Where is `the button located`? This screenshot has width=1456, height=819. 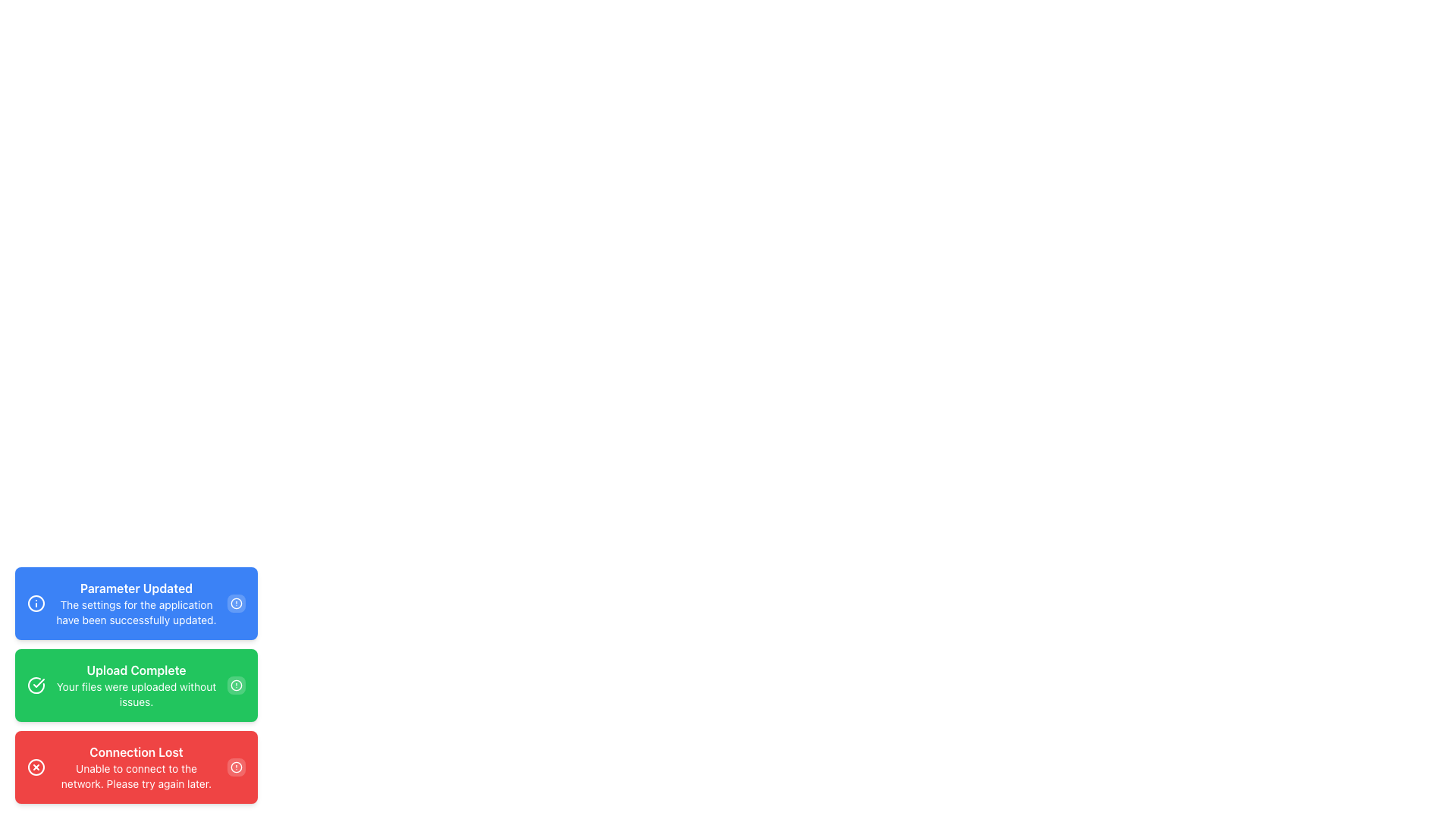
the button located is located at coordinates (236, 767).